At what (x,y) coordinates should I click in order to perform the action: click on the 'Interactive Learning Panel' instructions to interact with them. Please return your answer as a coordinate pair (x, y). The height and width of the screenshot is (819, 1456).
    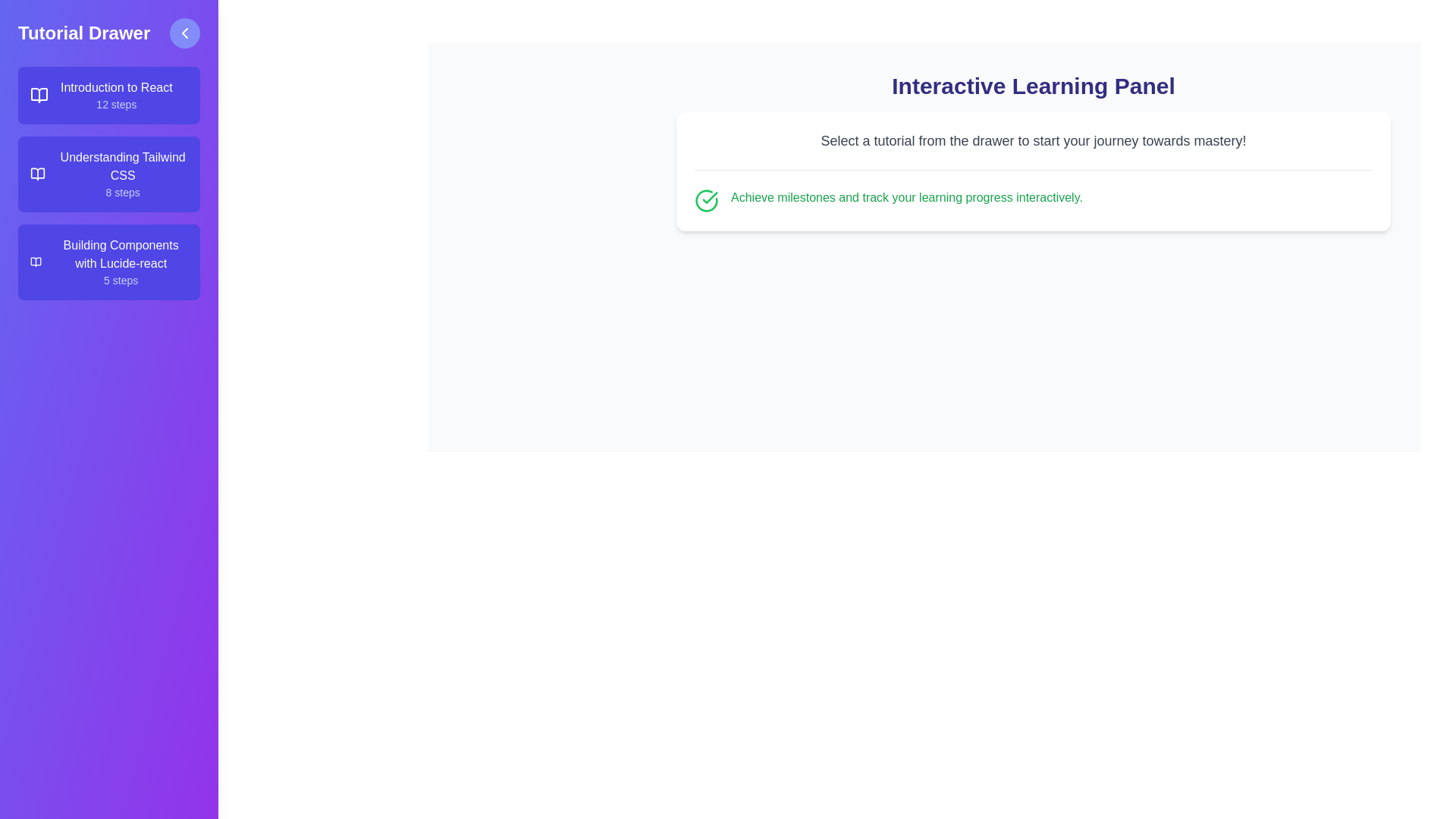
    Looking at the image, I should click on (1033, 140).